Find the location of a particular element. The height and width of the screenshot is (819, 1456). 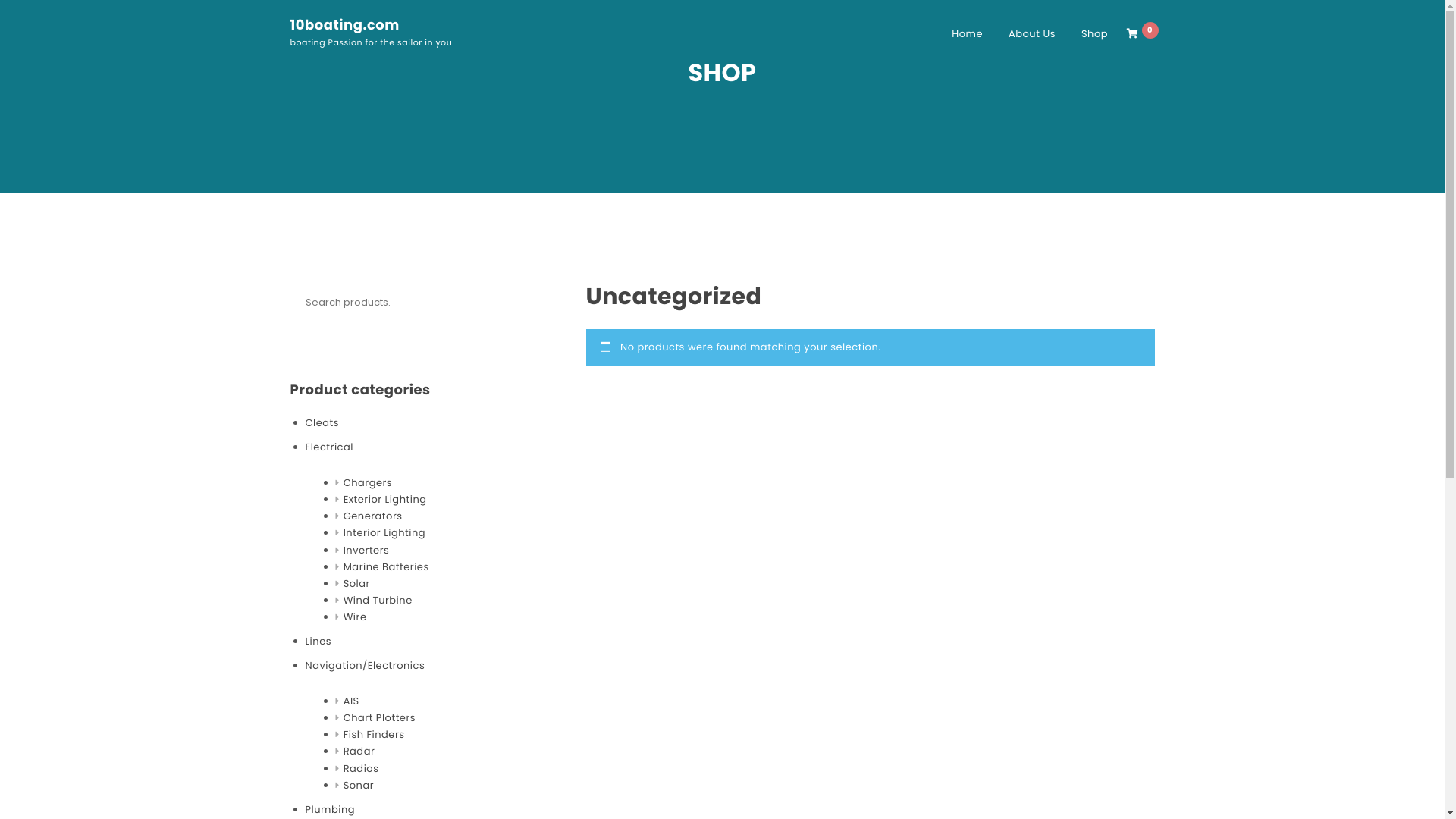

'Home' is located at coordinates (966, 34).